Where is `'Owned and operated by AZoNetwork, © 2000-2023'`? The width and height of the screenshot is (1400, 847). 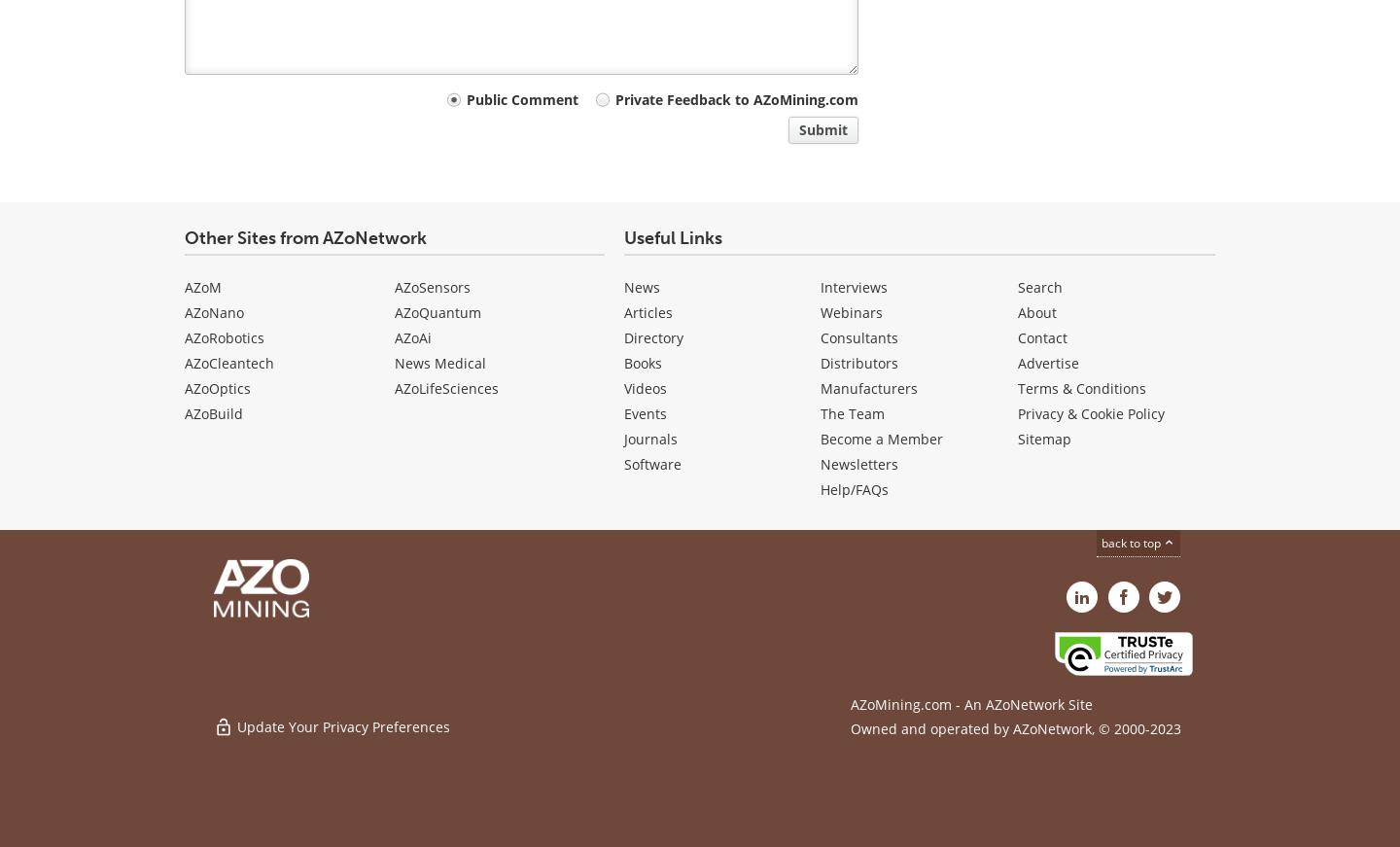 'Owned and operated by AZoNetwork, © 2000-2023' is located at coordinates (1016, 728).